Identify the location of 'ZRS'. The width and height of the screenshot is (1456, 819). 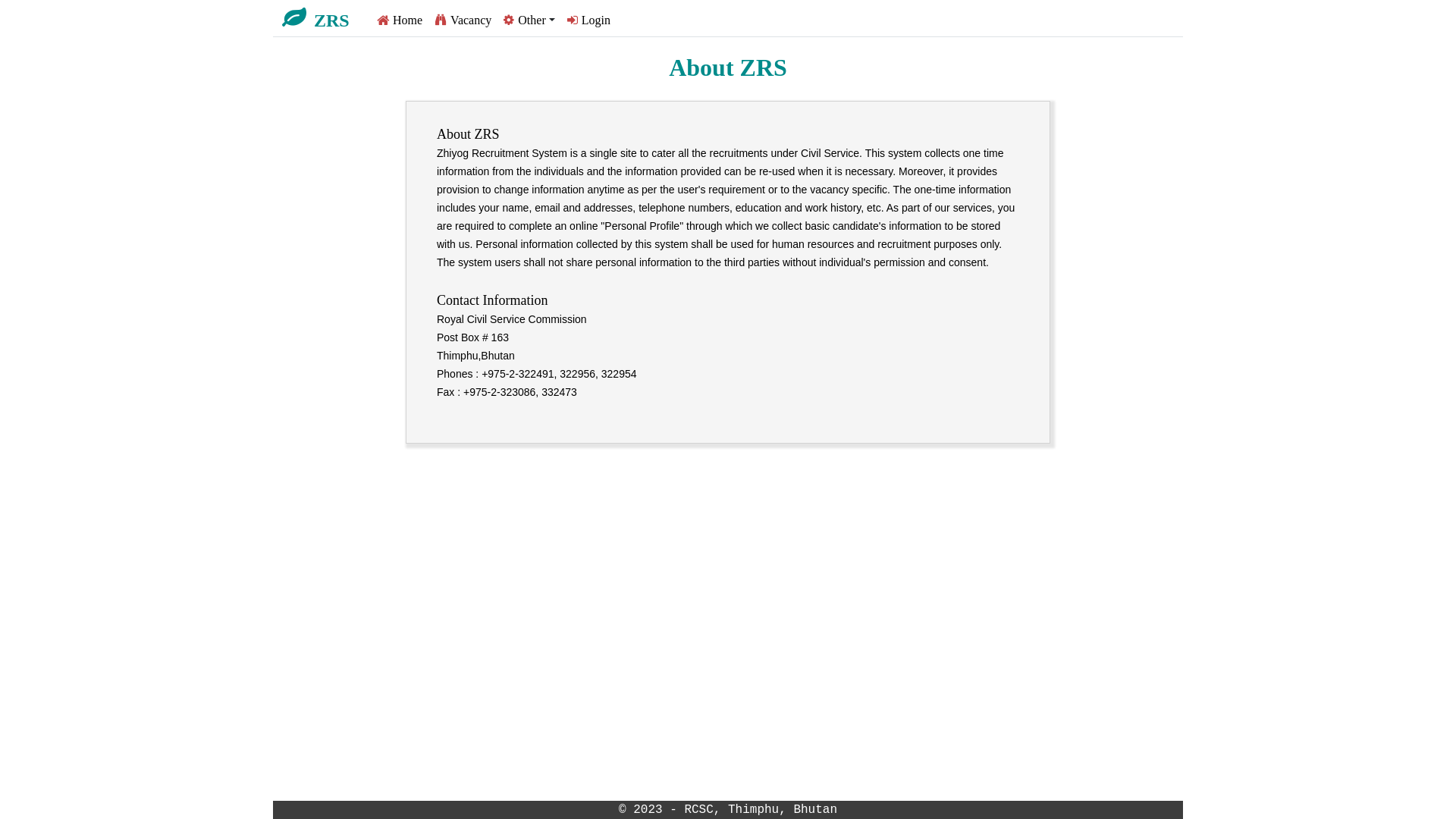
(322, 17).